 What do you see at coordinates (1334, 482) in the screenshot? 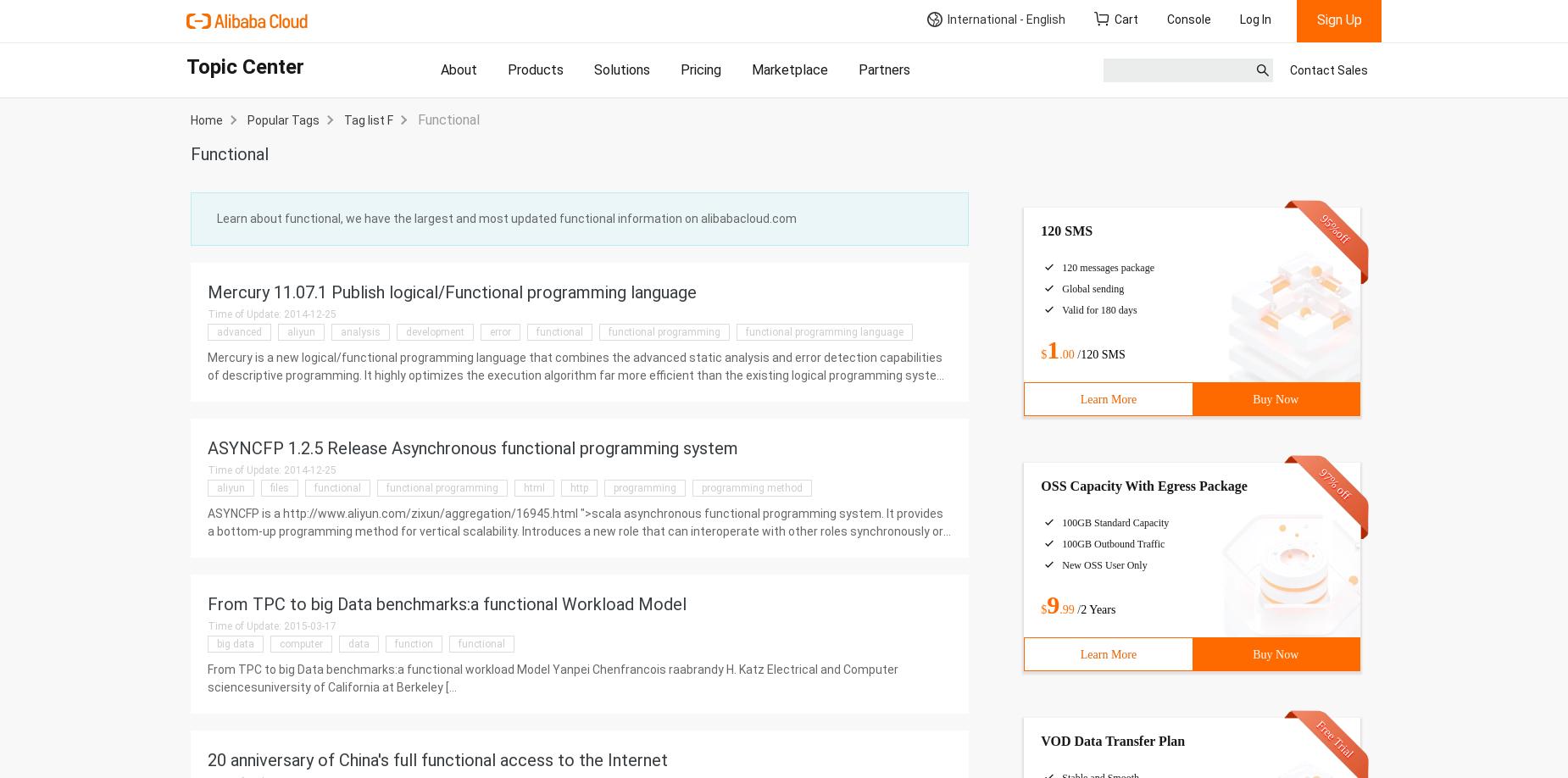
I see `'97% off'` at bounding box center [1334, 482].